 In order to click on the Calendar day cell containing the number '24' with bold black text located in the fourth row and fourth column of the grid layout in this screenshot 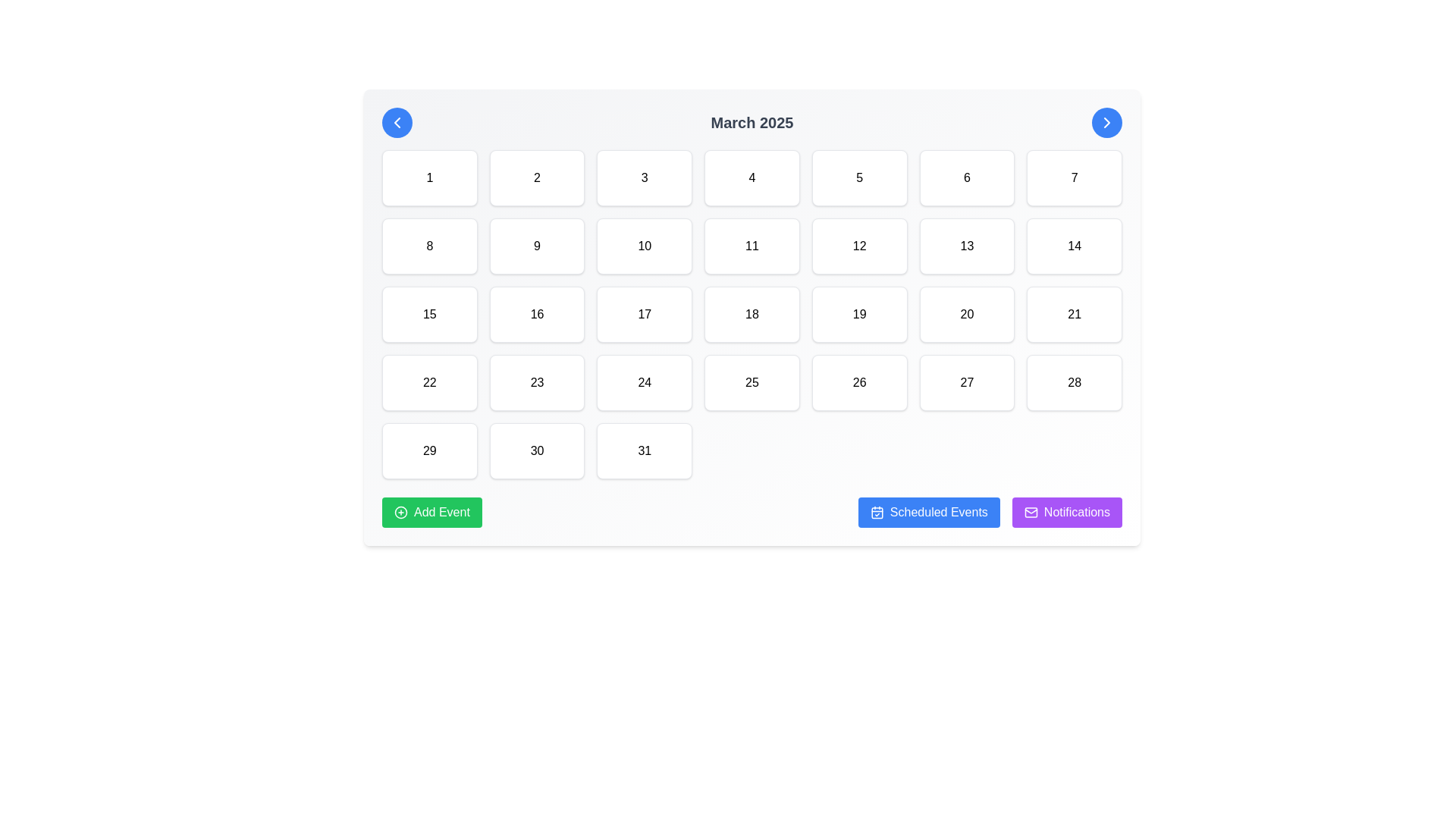, I will do `click(645, 382)`.